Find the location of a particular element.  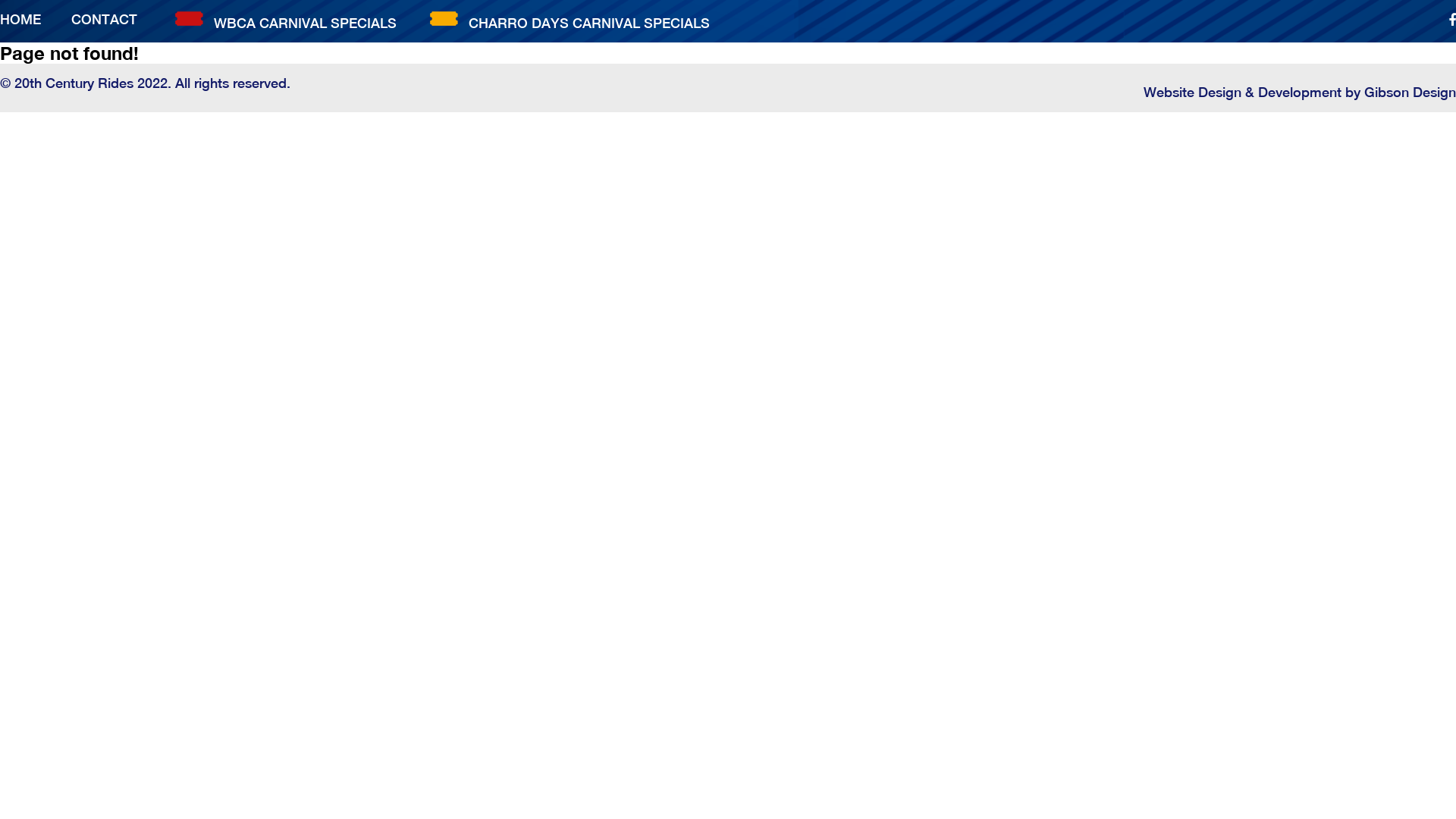

'CONTACT' is located at coordinates (103, 19).